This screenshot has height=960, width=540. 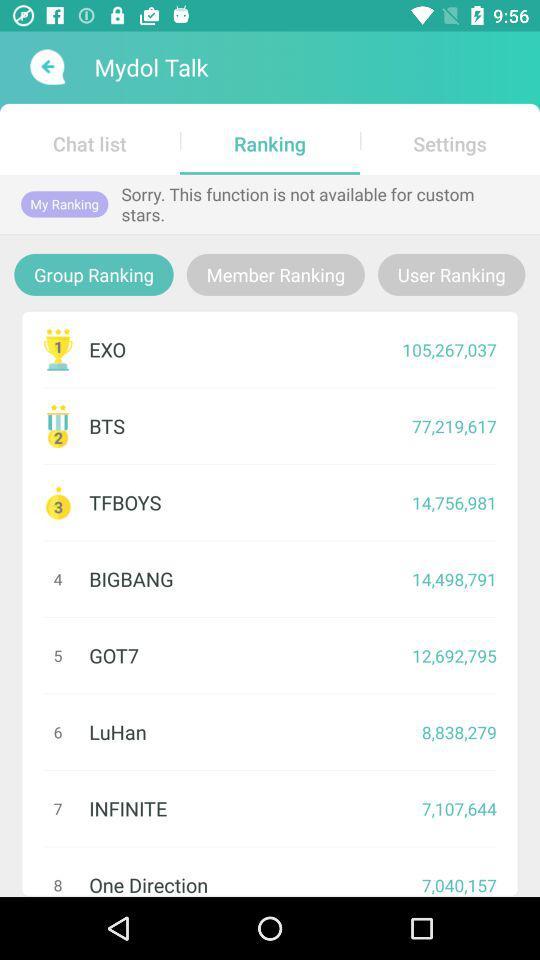 I want to click on the arrow_backward icon, so click(x=45, y=67).